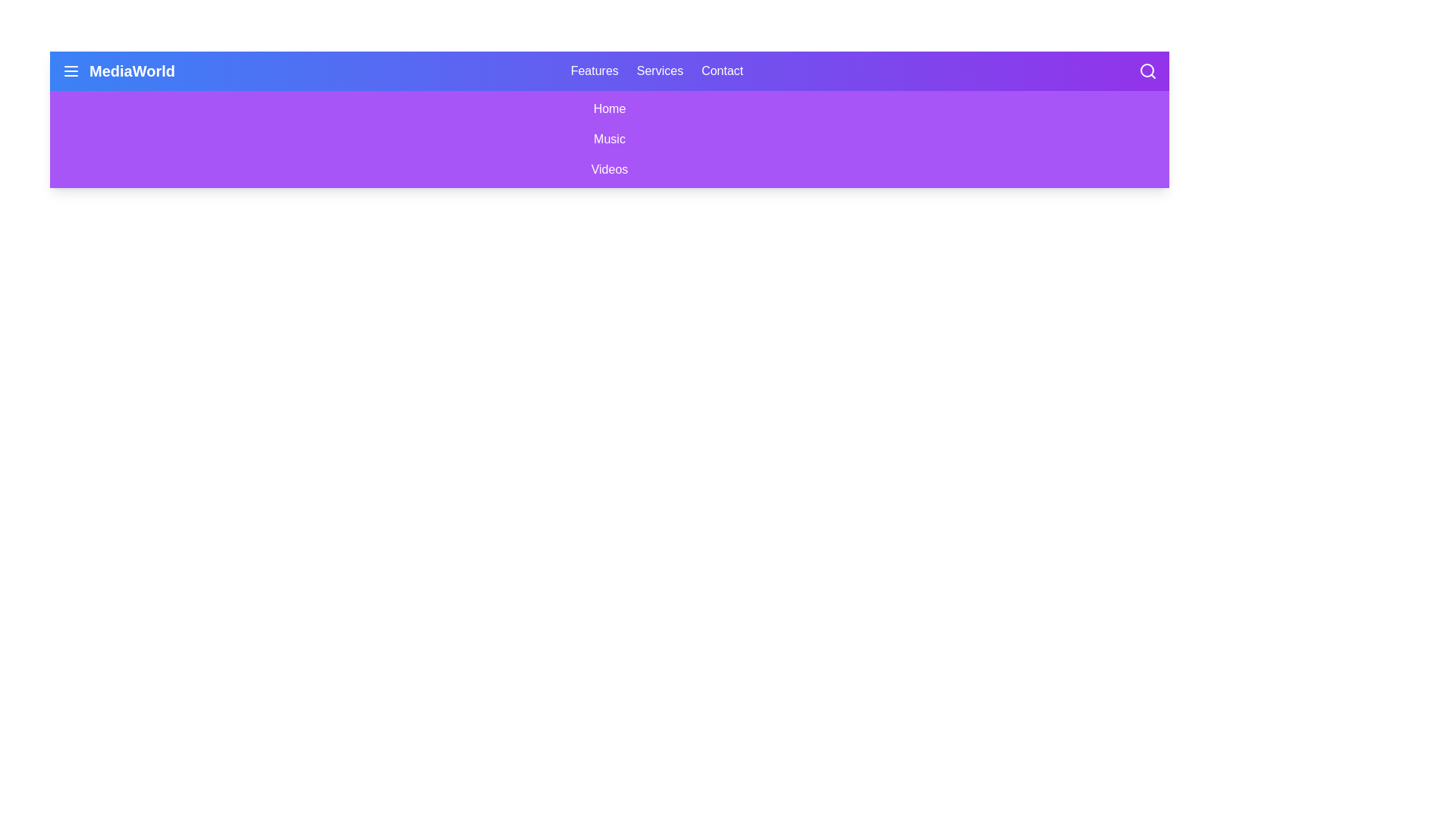  What do you see at coordinates (132, 71) in the screenshot?
I see `the text label displaying 'MediaWorld' in bold with a blue background, located in the navigation bar near the upper-left corner` at bounding box center [132, 71].